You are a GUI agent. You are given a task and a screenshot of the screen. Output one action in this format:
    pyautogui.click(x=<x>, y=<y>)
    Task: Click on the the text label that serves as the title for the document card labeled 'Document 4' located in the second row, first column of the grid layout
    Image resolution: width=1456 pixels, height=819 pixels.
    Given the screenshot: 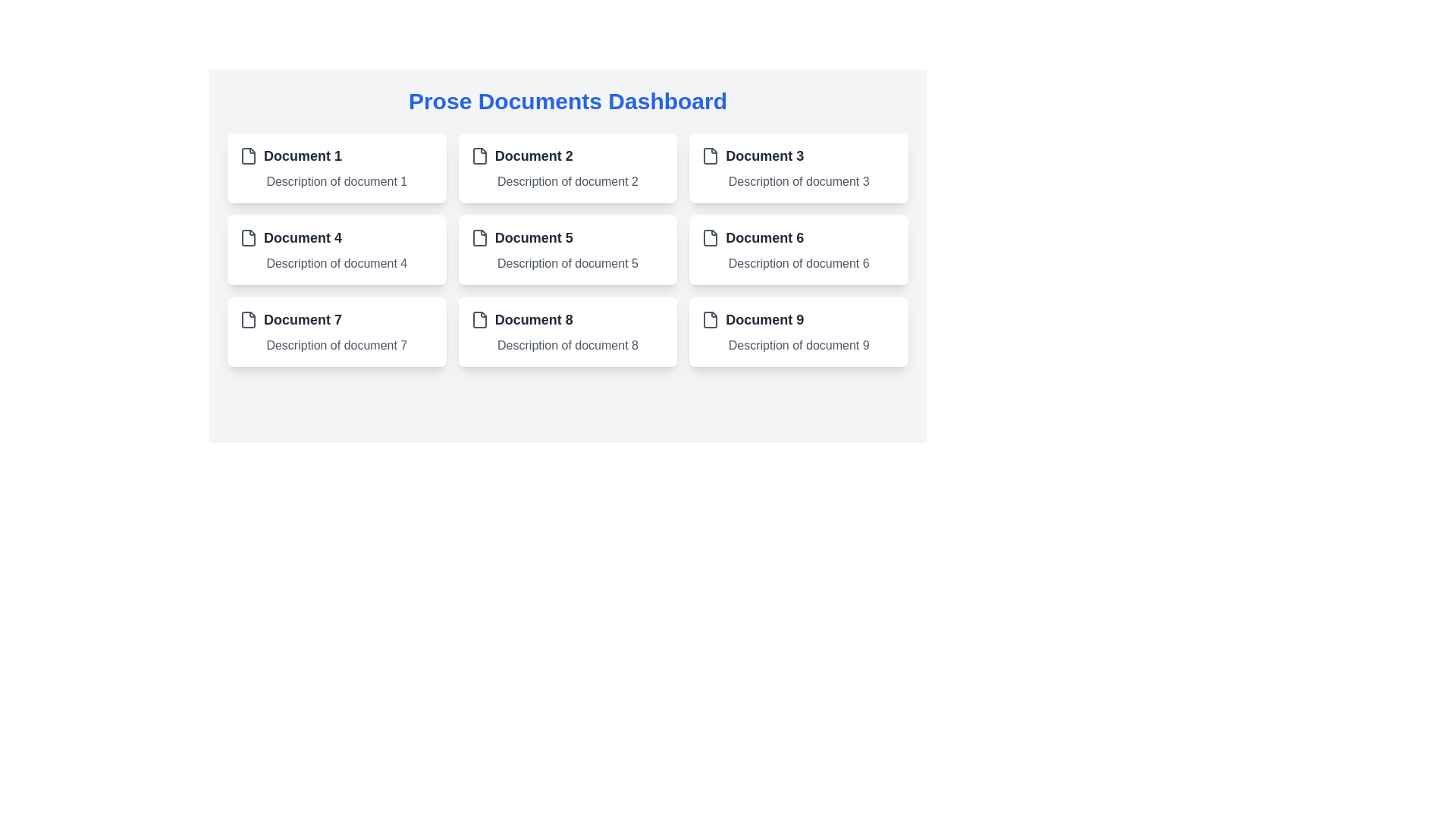 What is the action you would take?
    pyautogui.click(x=336, y=237)
    